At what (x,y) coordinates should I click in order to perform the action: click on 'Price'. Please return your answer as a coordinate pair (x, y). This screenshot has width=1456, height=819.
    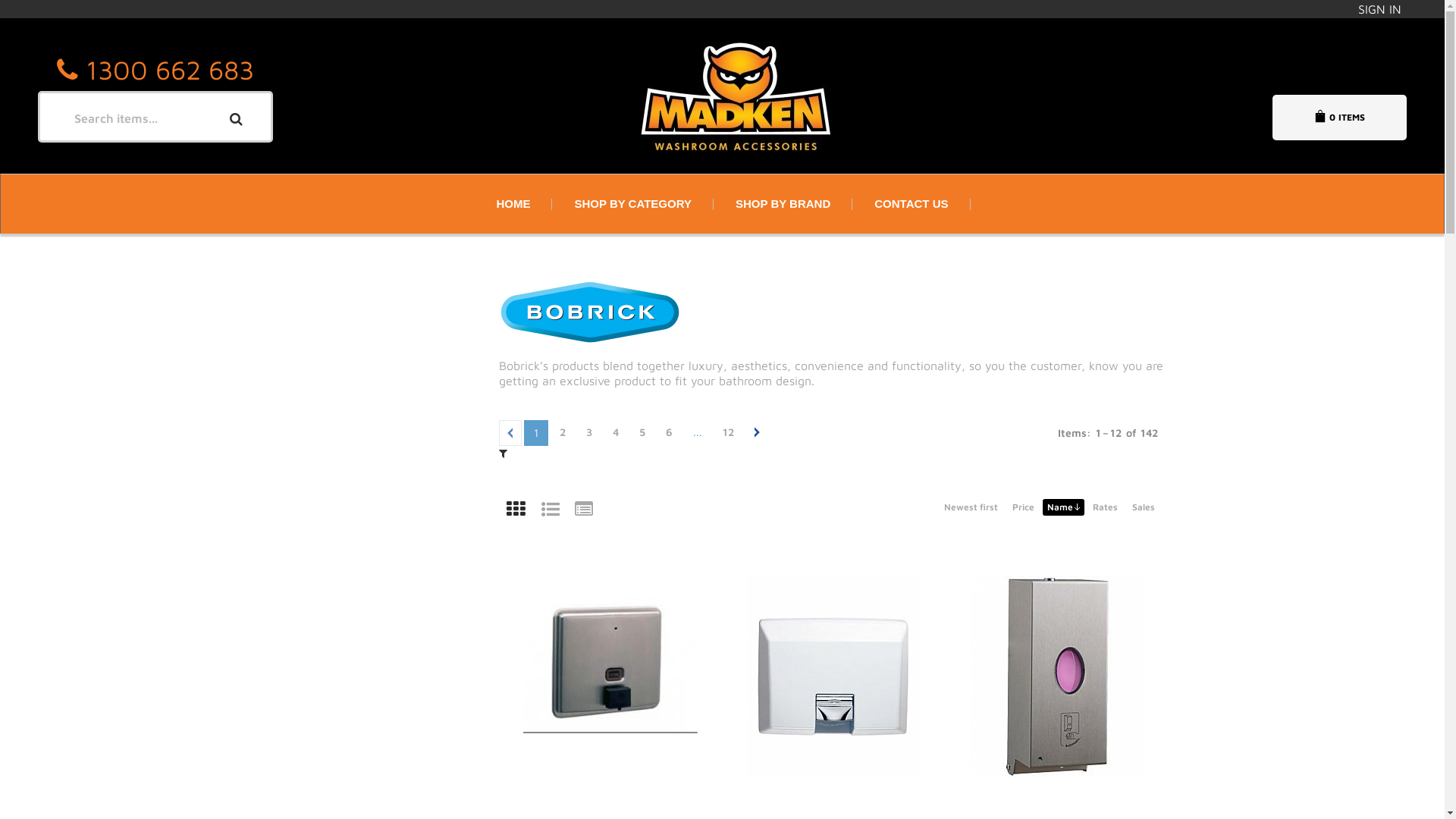
    Looking at the image, I should click on (1022, 507).